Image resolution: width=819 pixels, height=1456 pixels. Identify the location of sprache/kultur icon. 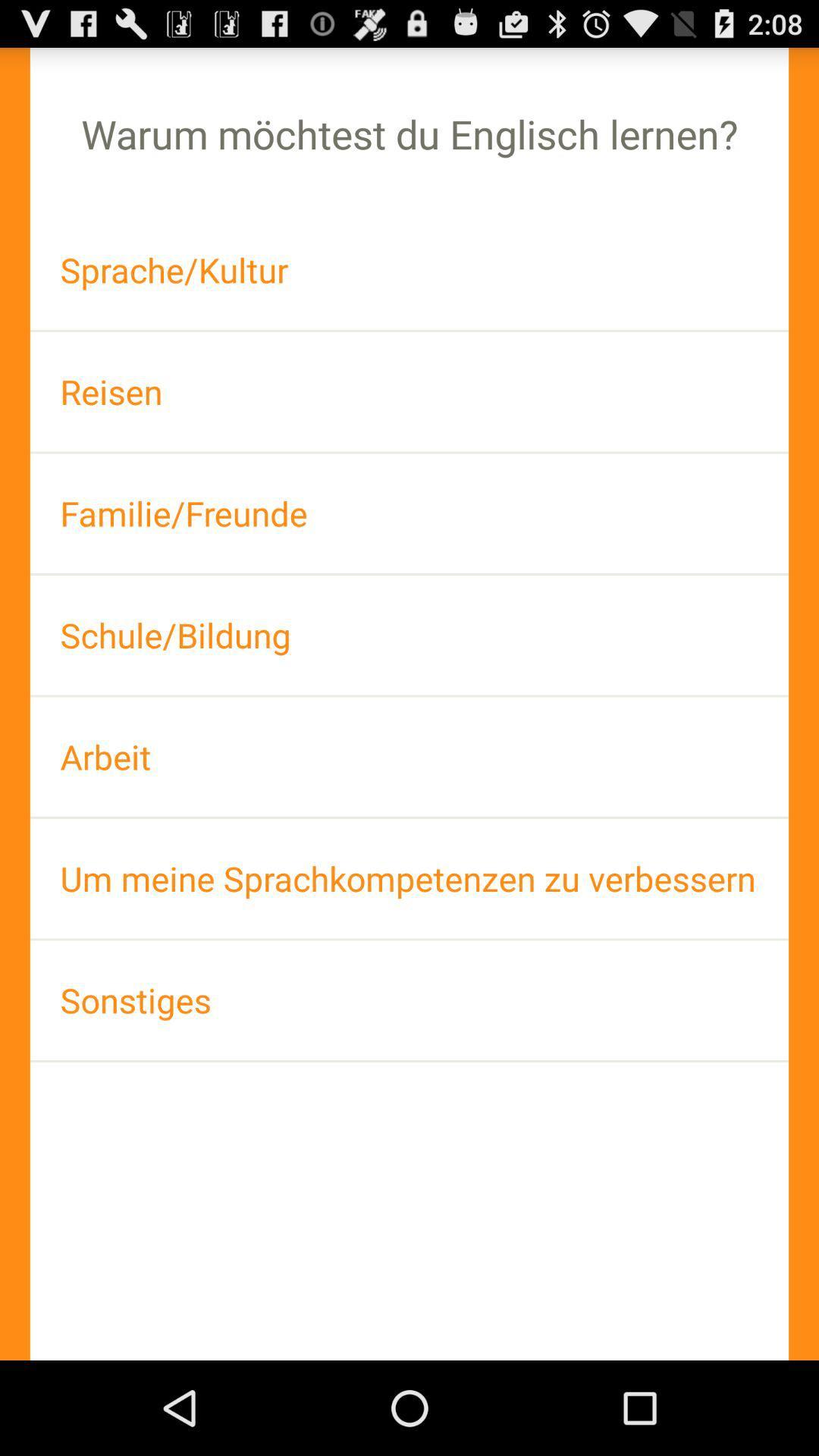
(409, 270).